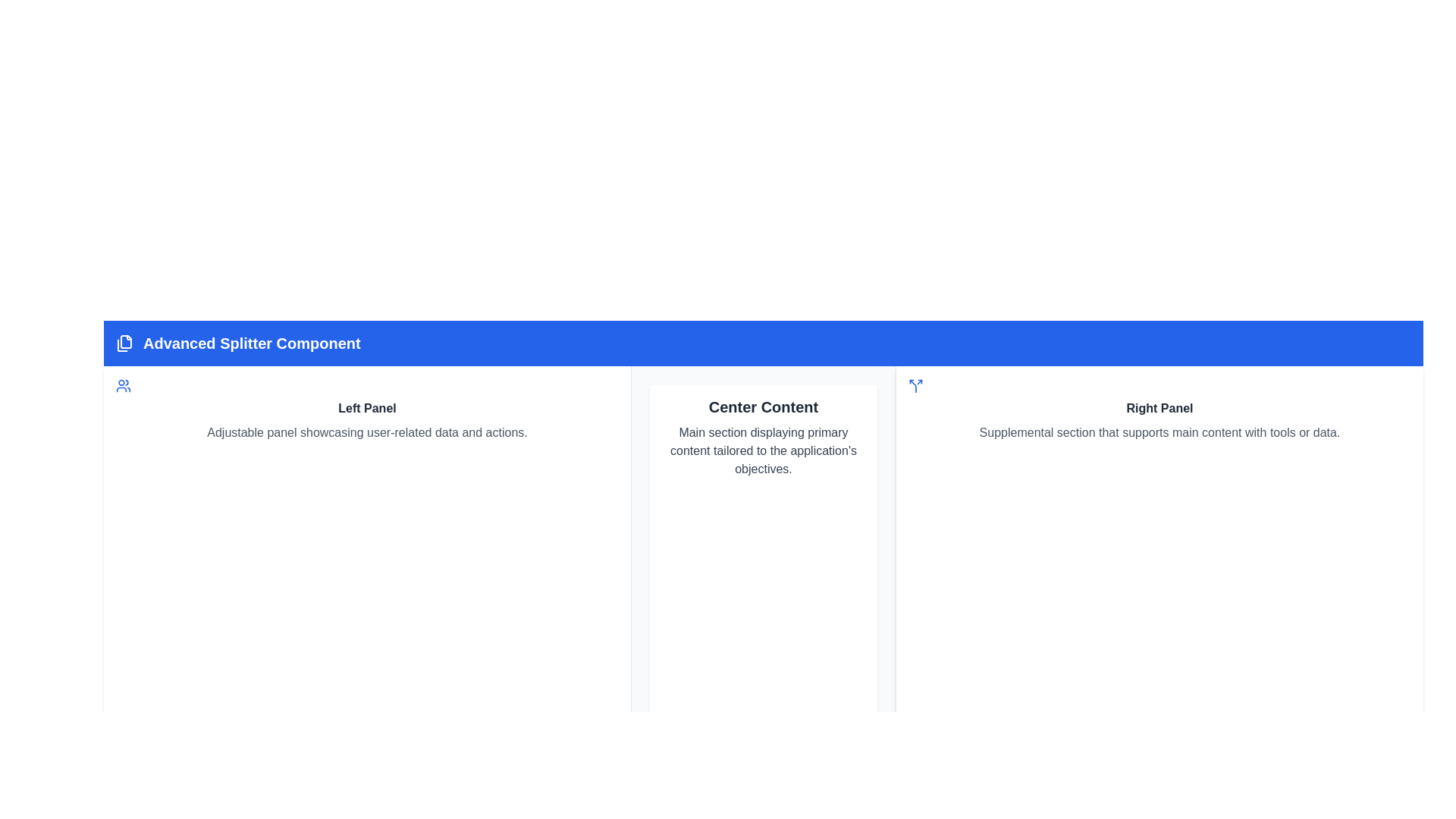 This screenshot has width=1456, height=819. Describe the element at coordinates (764, 450) in the screenshot. I see `the Static Text element that provides a descriptive explanation for the main section of the application, which is located directly below the 'Center Content' text` at that location.